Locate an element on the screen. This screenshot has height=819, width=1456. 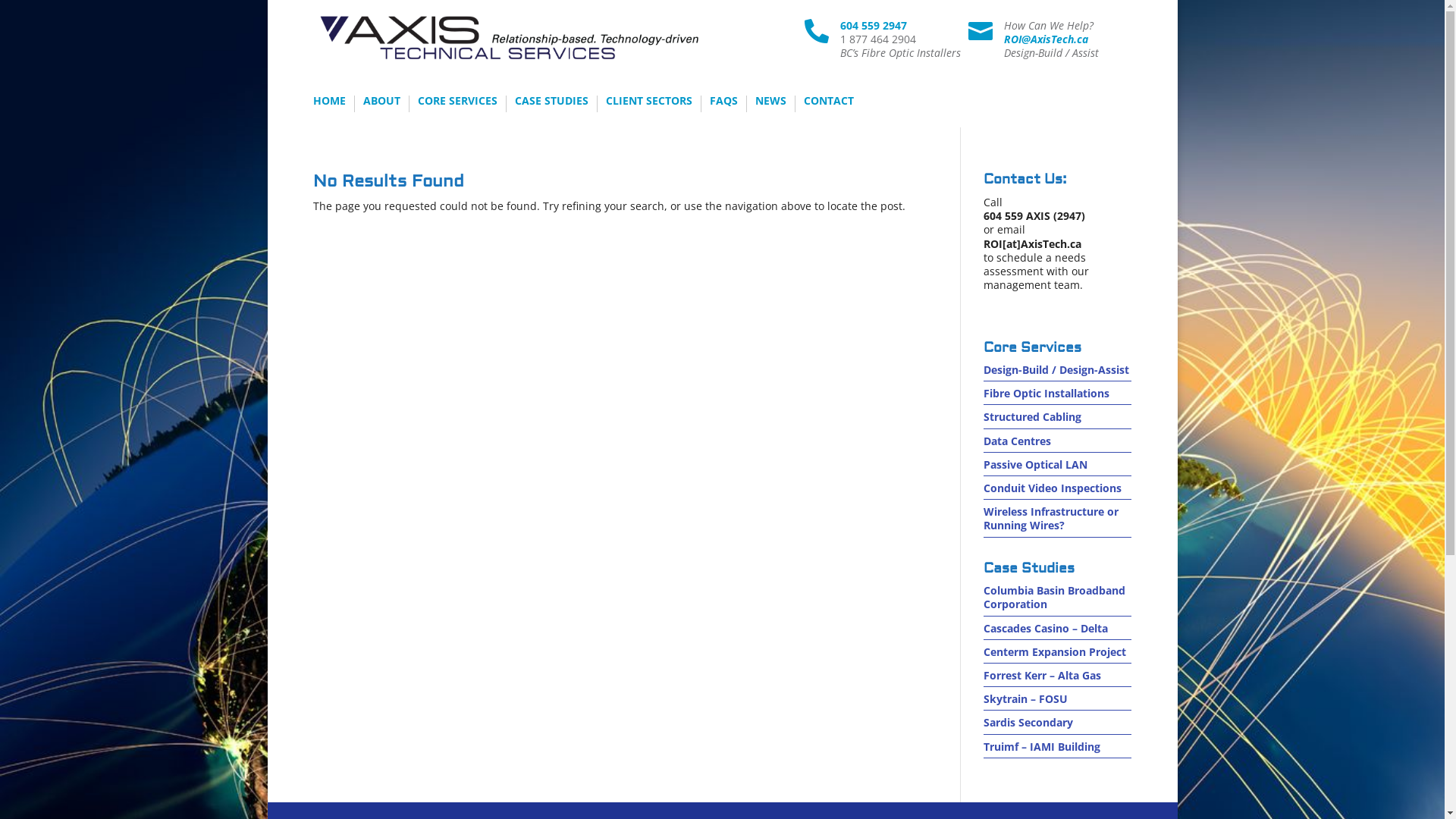
'Design-Build / Design-Assist' is located at coordinates (1055, 369).